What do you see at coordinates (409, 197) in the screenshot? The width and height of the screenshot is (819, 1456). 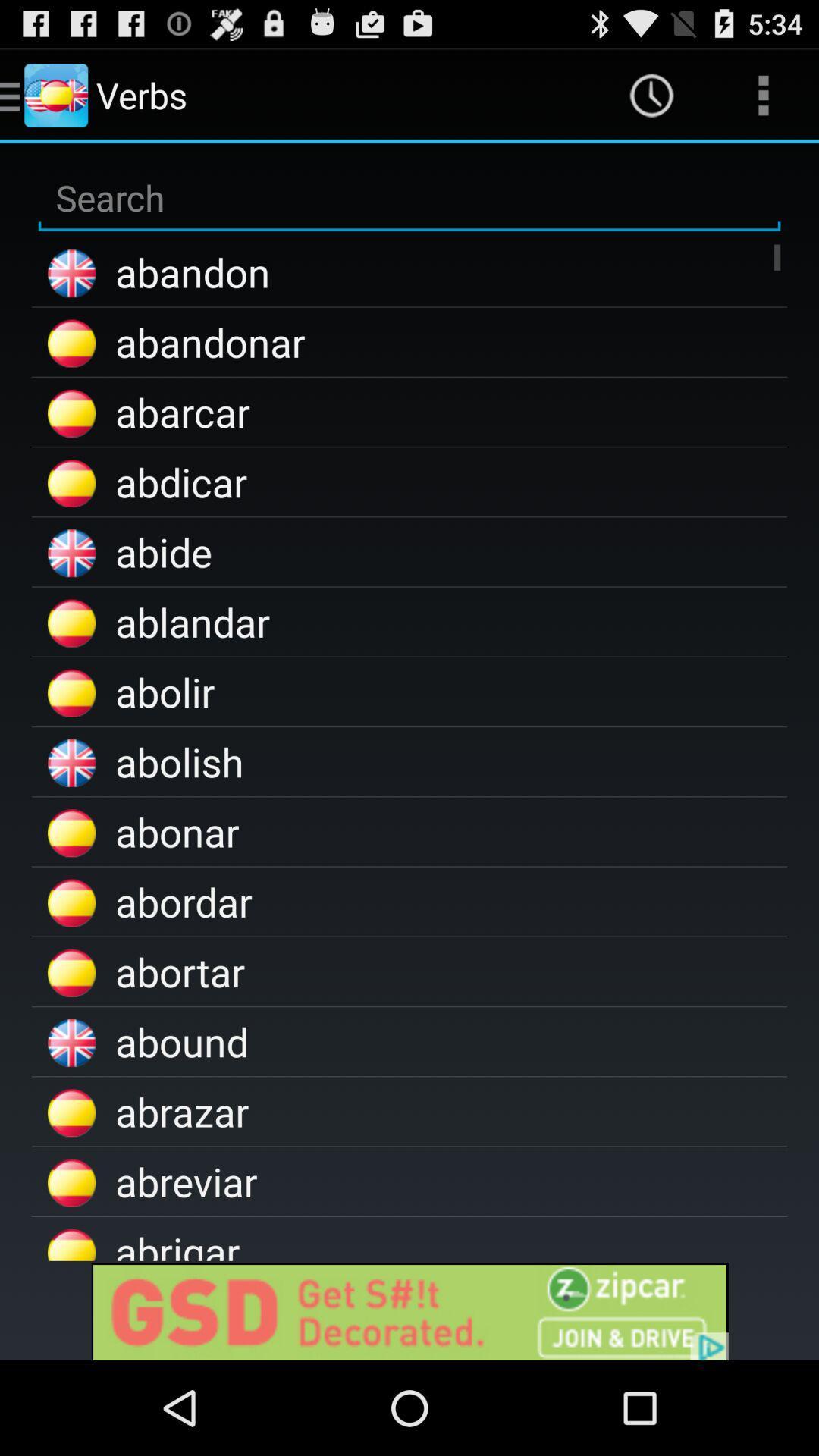 I see `search for something` at bounding box center [409, 197].